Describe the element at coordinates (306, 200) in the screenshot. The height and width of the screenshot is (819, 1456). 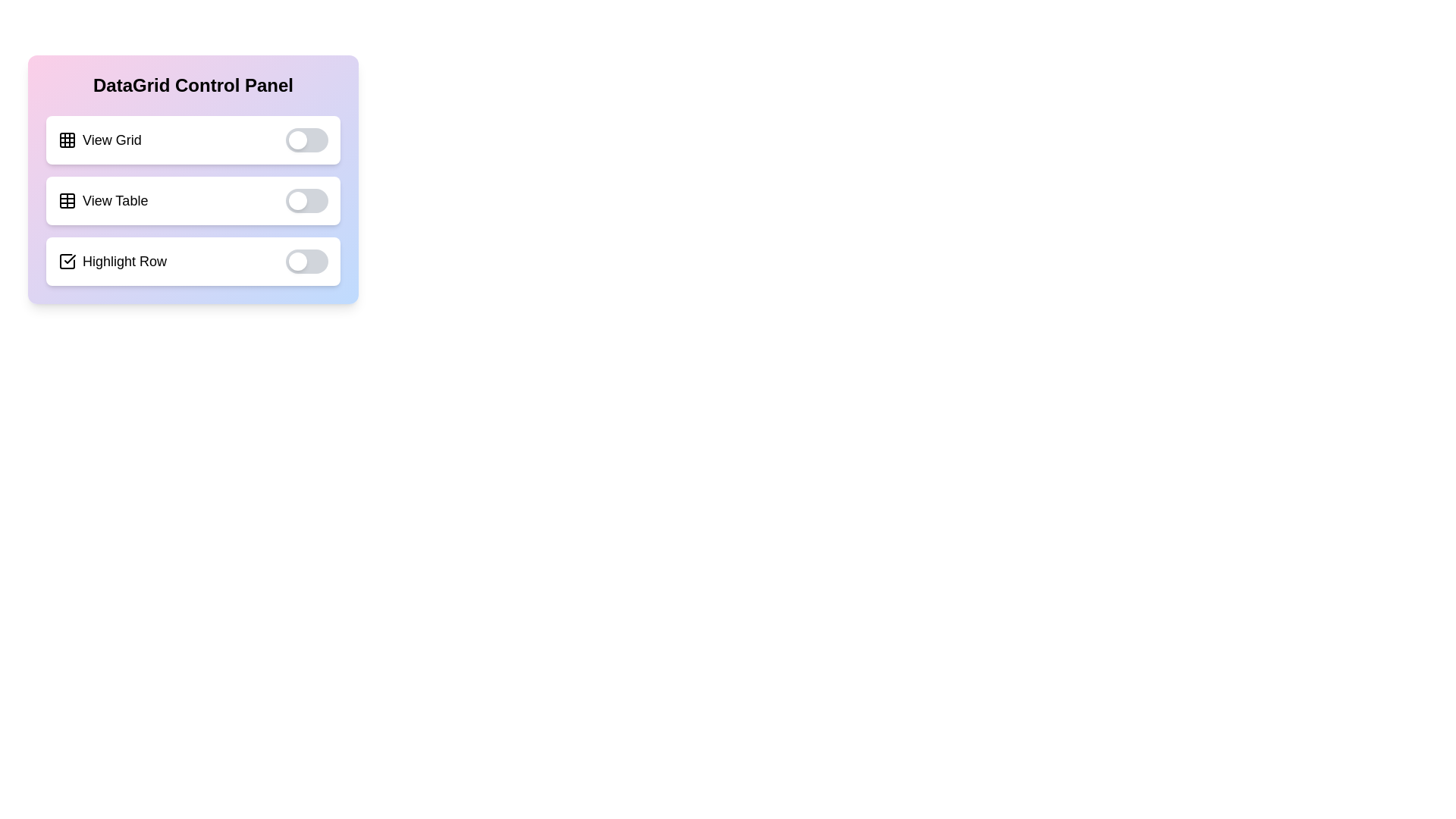
I see `the 'View Table' switch to toggle its state` at that location.